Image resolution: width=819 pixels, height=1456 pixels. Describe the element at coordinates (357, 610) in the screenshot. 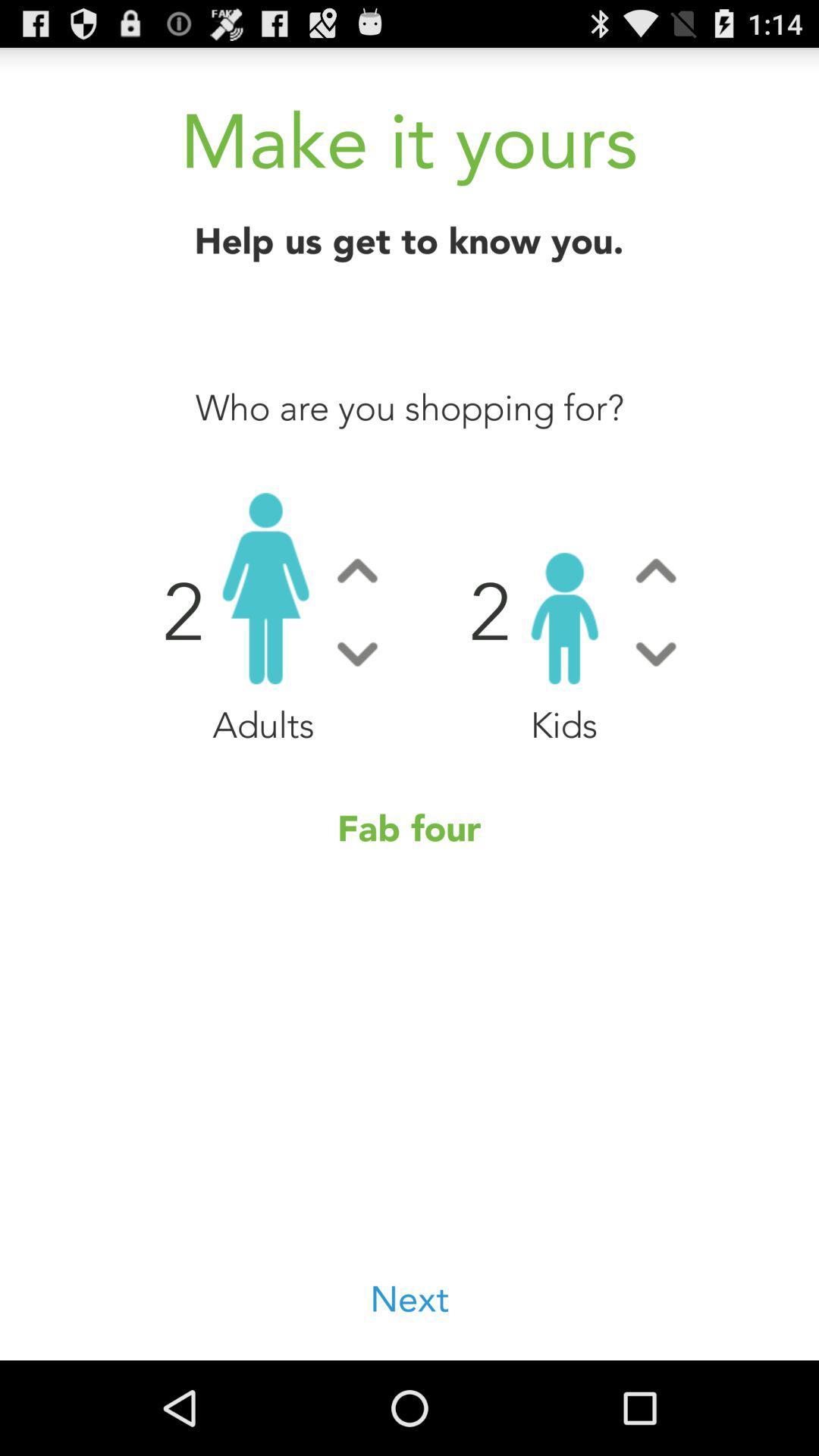

I see `the expand_less icon` at that location.